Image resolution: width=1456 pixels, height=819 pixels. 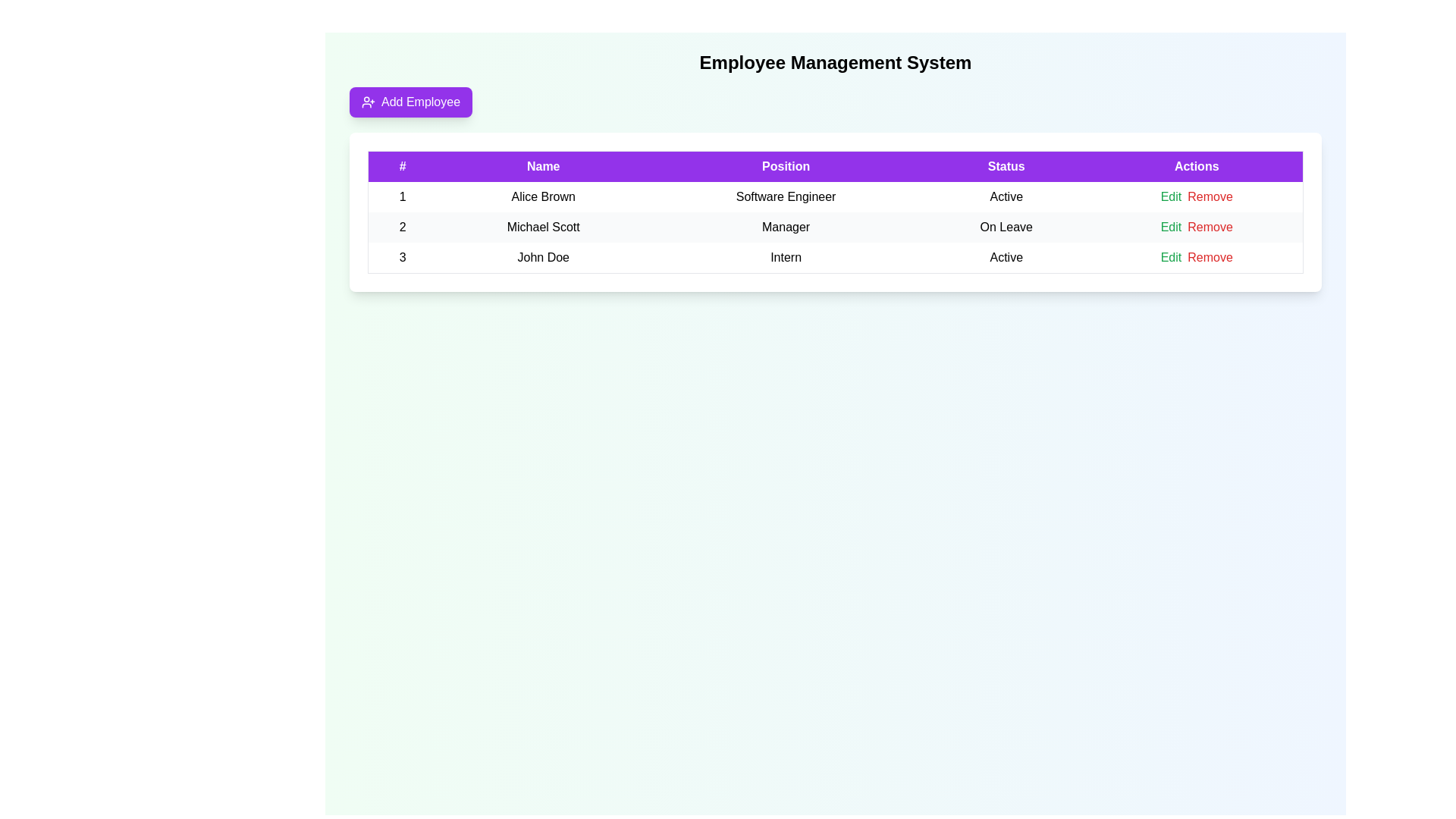 I want to click on the white table cell containing the numeral '2' in the second row and first column of the employee information table, so click(x=402, y=227).